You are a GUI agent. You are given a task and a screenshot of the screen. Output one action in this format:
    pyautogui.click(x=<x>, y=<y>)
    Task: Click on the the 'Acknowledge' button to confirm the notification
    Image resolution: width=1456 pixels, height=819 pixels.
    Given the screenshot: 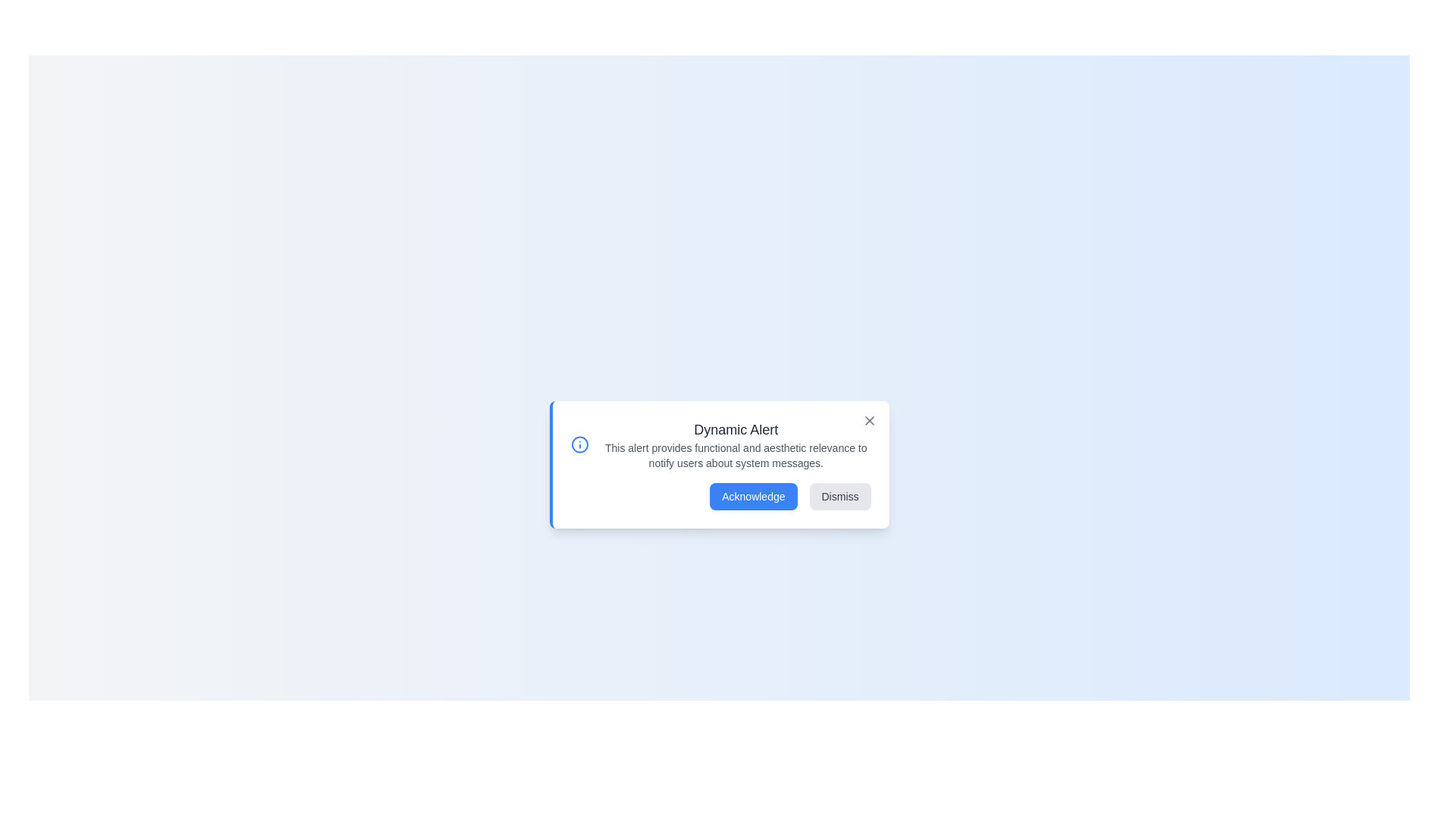 What is the action you would take?
    pyautogui.click(x=753, y=497)
    